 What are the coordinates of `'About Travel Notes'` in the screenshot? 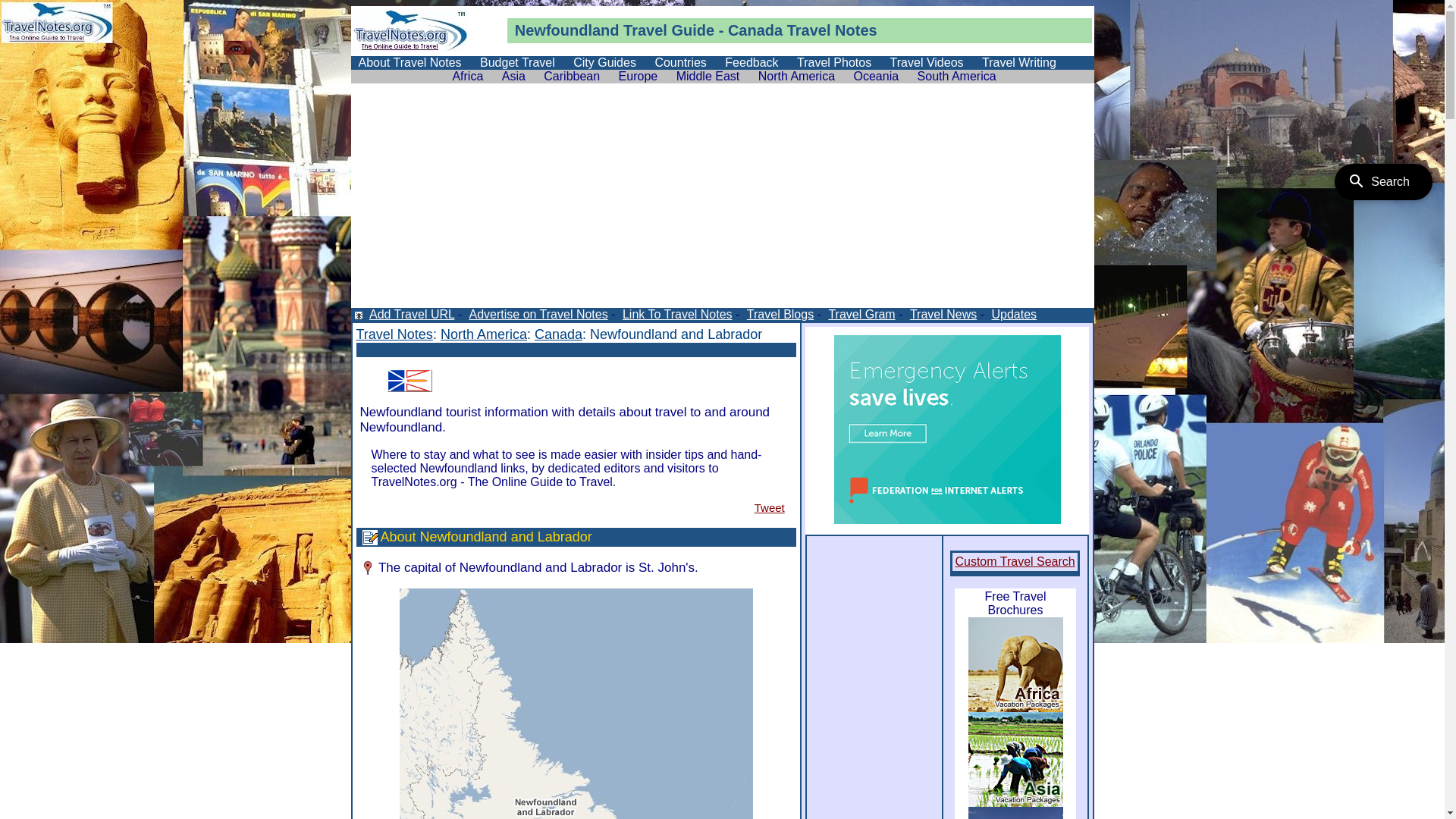 It's located at (409, 61).